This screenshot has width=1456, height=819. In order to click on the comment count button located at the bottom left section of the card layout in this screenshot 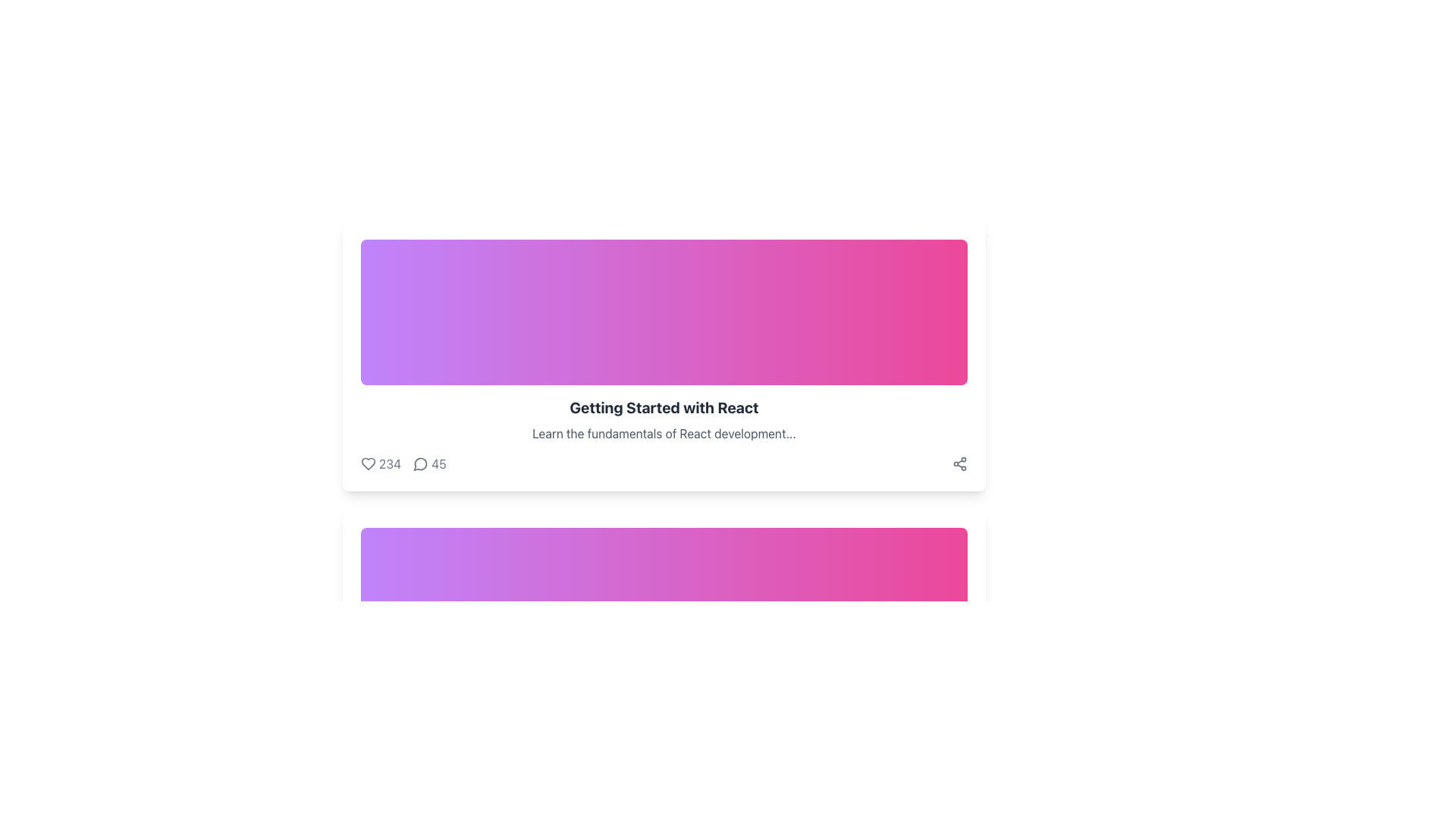, I will do `click(428, 463)`.